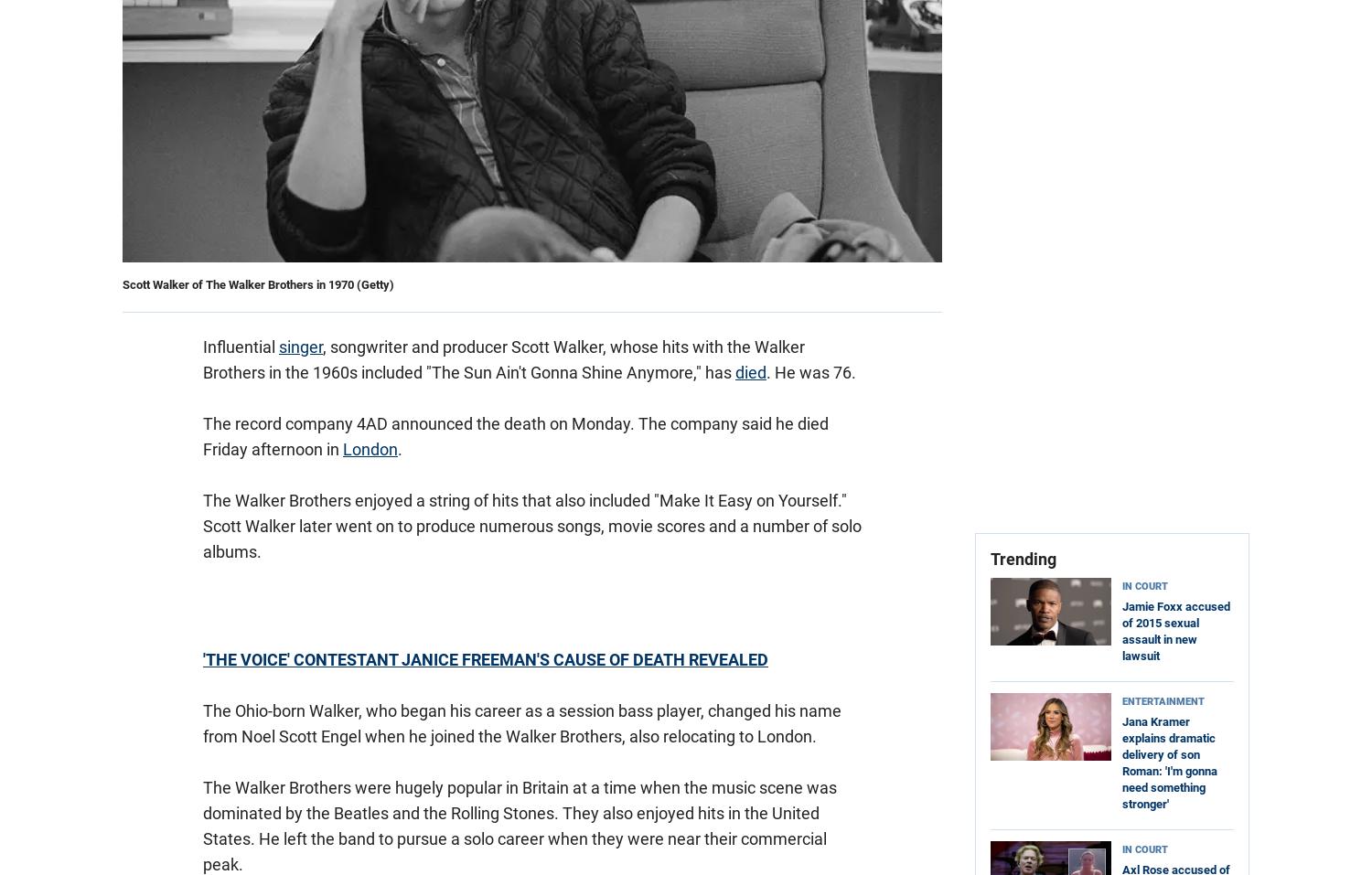 Image resolution: width=1372 pixels, height=875 pixels. I want to click on 'Jamie Foxx accused of 2015 sexual assault in new lawsuit', so click(1175, 631).